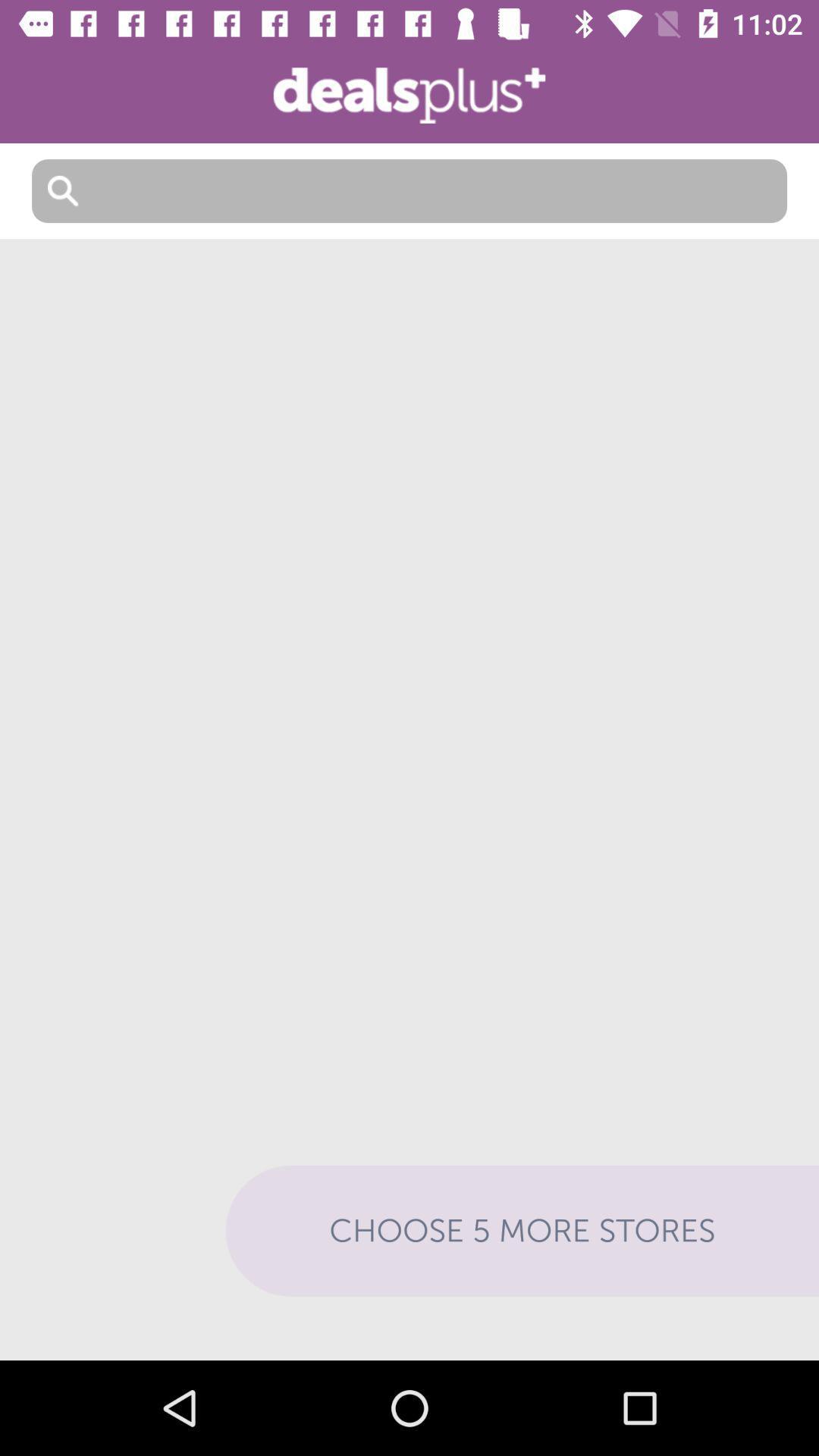 This screenshot has height=1456, width=819. I want to click on search for stores, so click(409, 190).